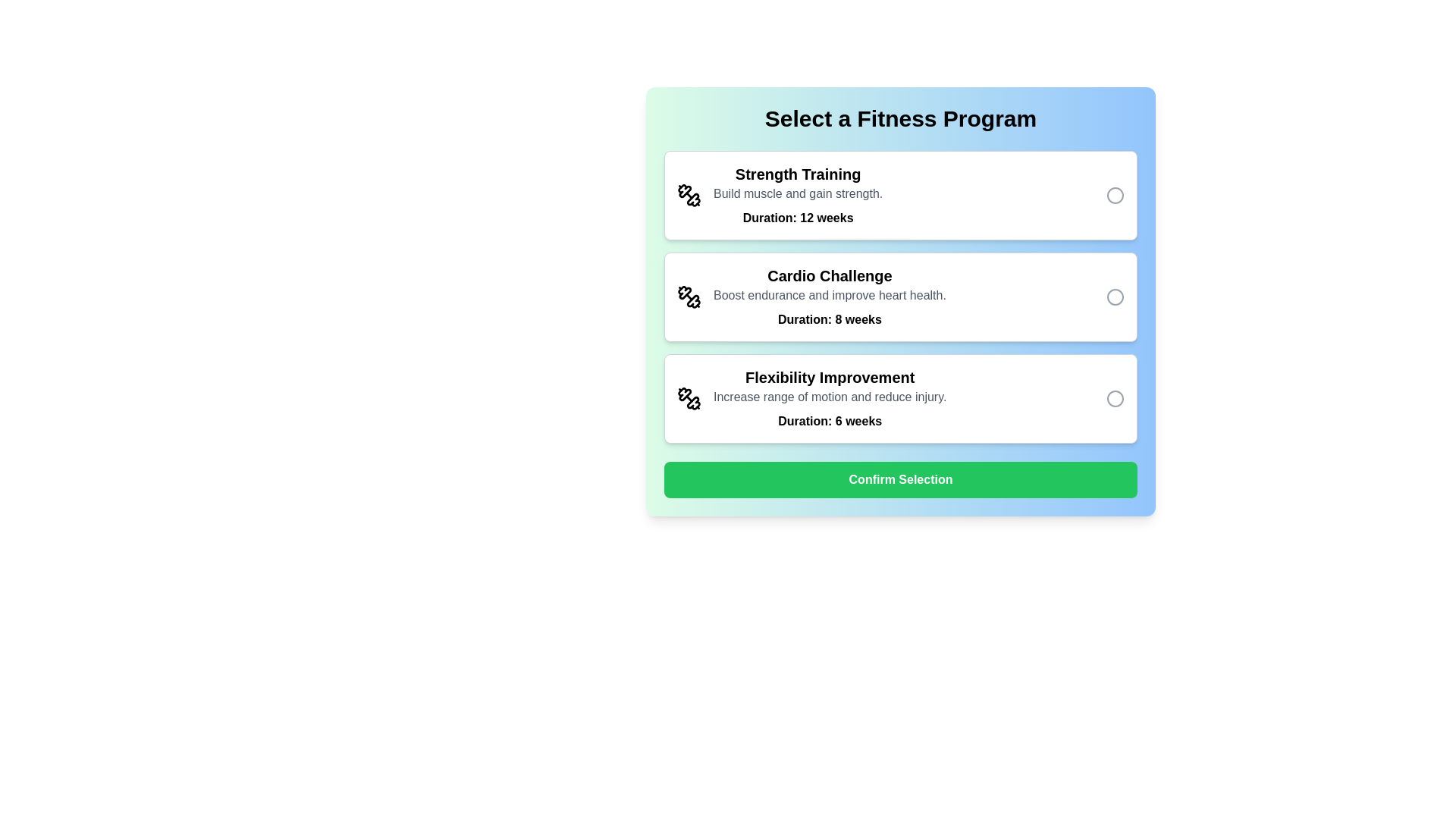  Describe the element at coordinates (1115, 297) in the screenshot. I see `the radio button located within the 'Cardio Challenge' box, which is a circular graphic styled as a radio button with a gray color and a smaller inner circle for selection, positioned to the right of the text 'Duration: 8 weeks'` at that location.